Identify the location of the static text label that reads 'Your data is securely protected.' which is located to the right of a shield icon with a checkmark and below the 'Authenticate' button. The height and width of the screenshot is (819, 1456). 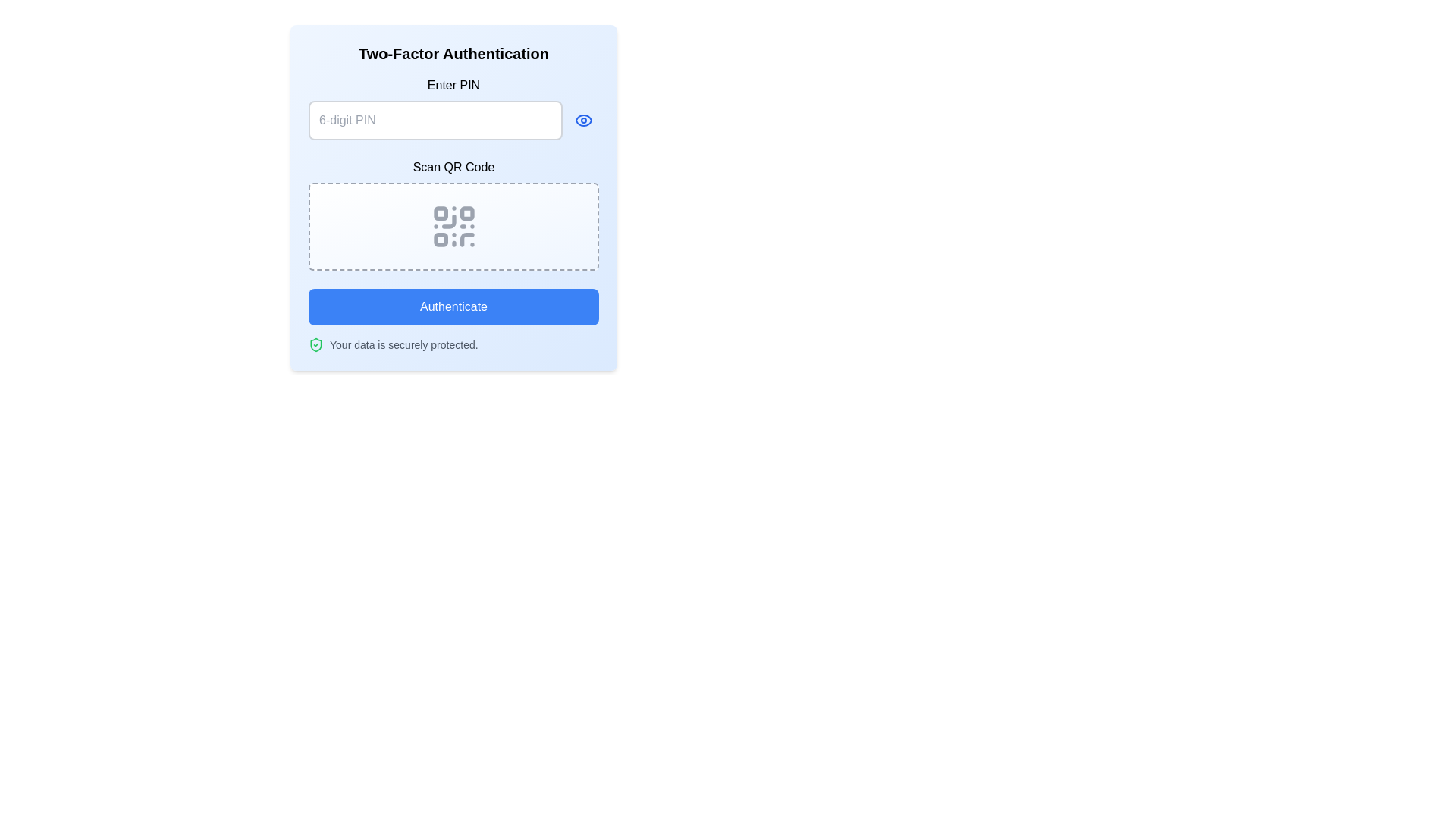
(403, 345).